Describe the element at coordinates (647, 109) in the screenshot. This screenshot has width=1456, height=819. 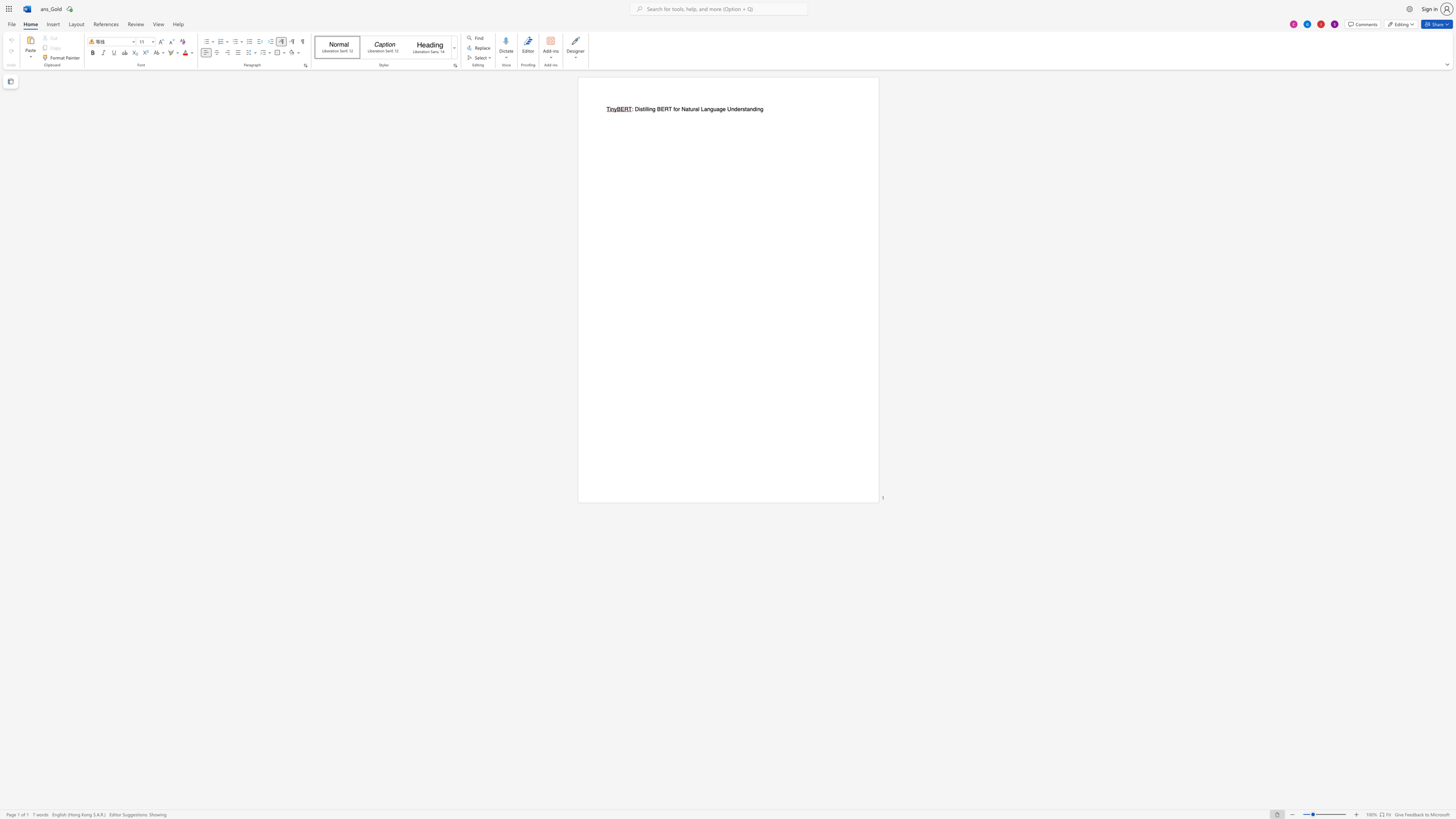
I see `the space between the continuous character "l" and "i" in the text` at that location.